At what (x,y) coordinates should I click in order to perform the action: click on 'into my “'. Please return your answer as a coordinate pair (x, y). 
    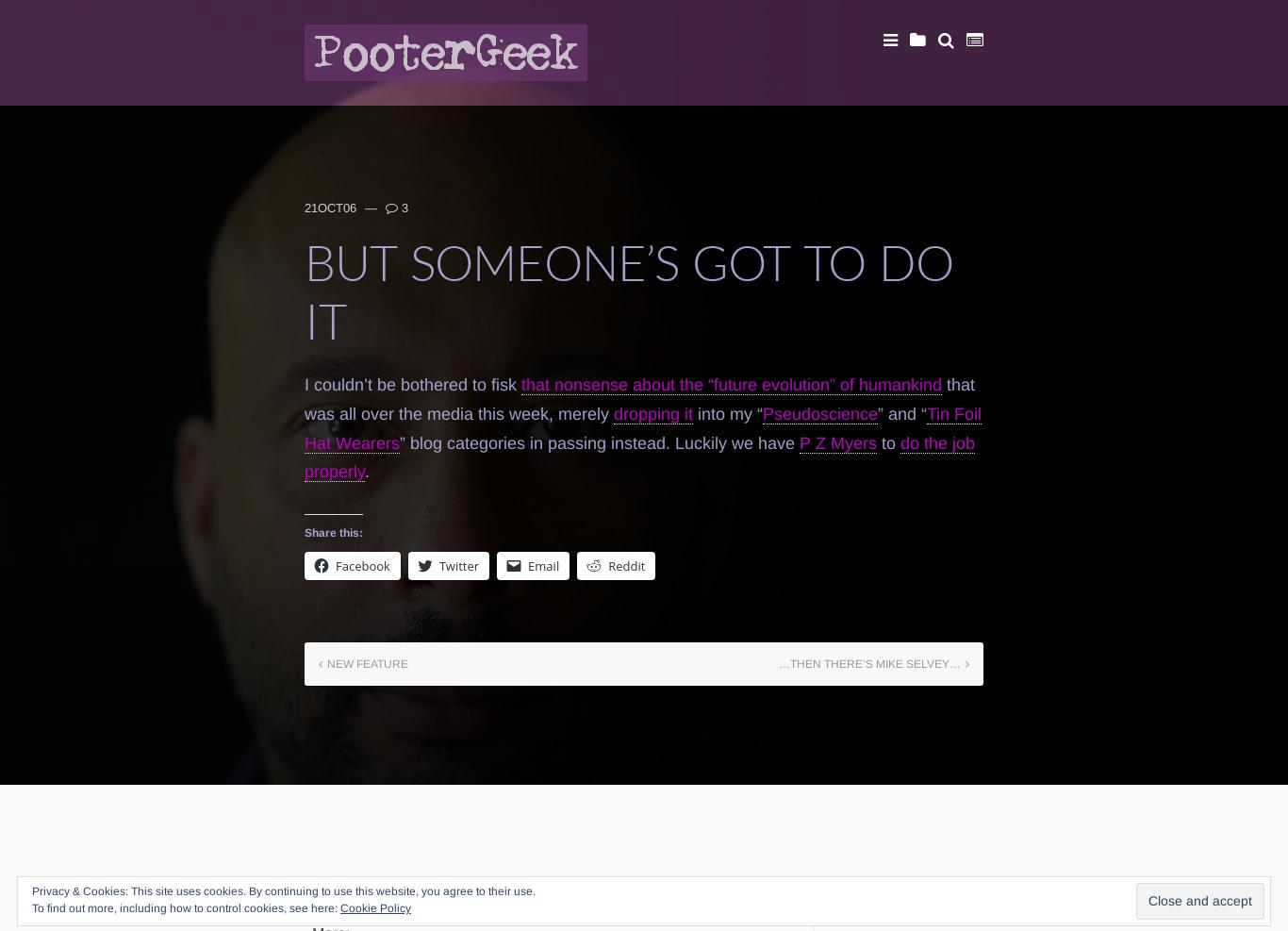
    Looking at the image, I should click on (693, 412).